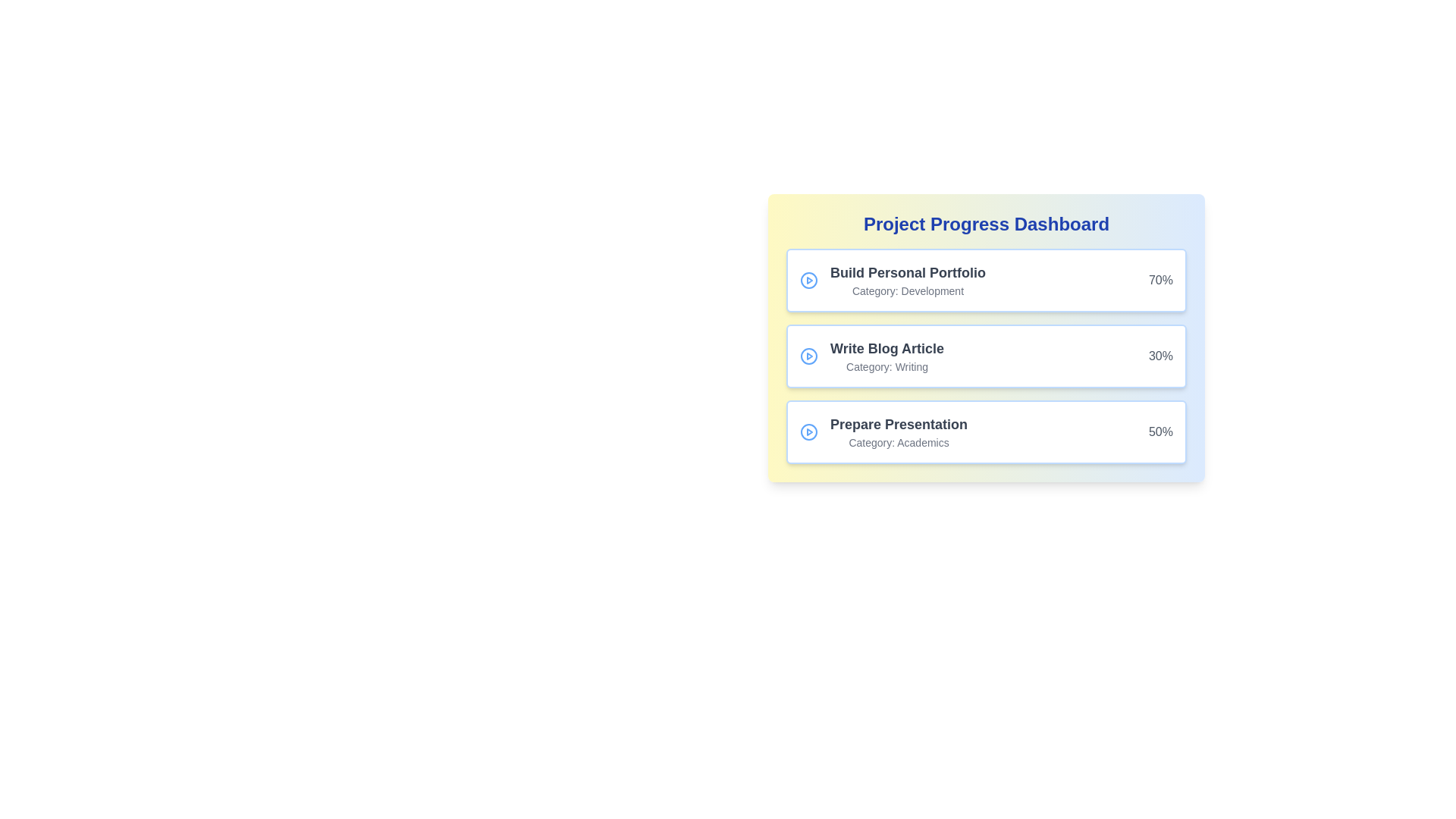  Describe the element at coordinates (1160, 281) in the screenshot. I see `the Label displaying '70%' located at the top-right corner of the first card, adjacent to 'Build Personal Portfolio'` at that location.